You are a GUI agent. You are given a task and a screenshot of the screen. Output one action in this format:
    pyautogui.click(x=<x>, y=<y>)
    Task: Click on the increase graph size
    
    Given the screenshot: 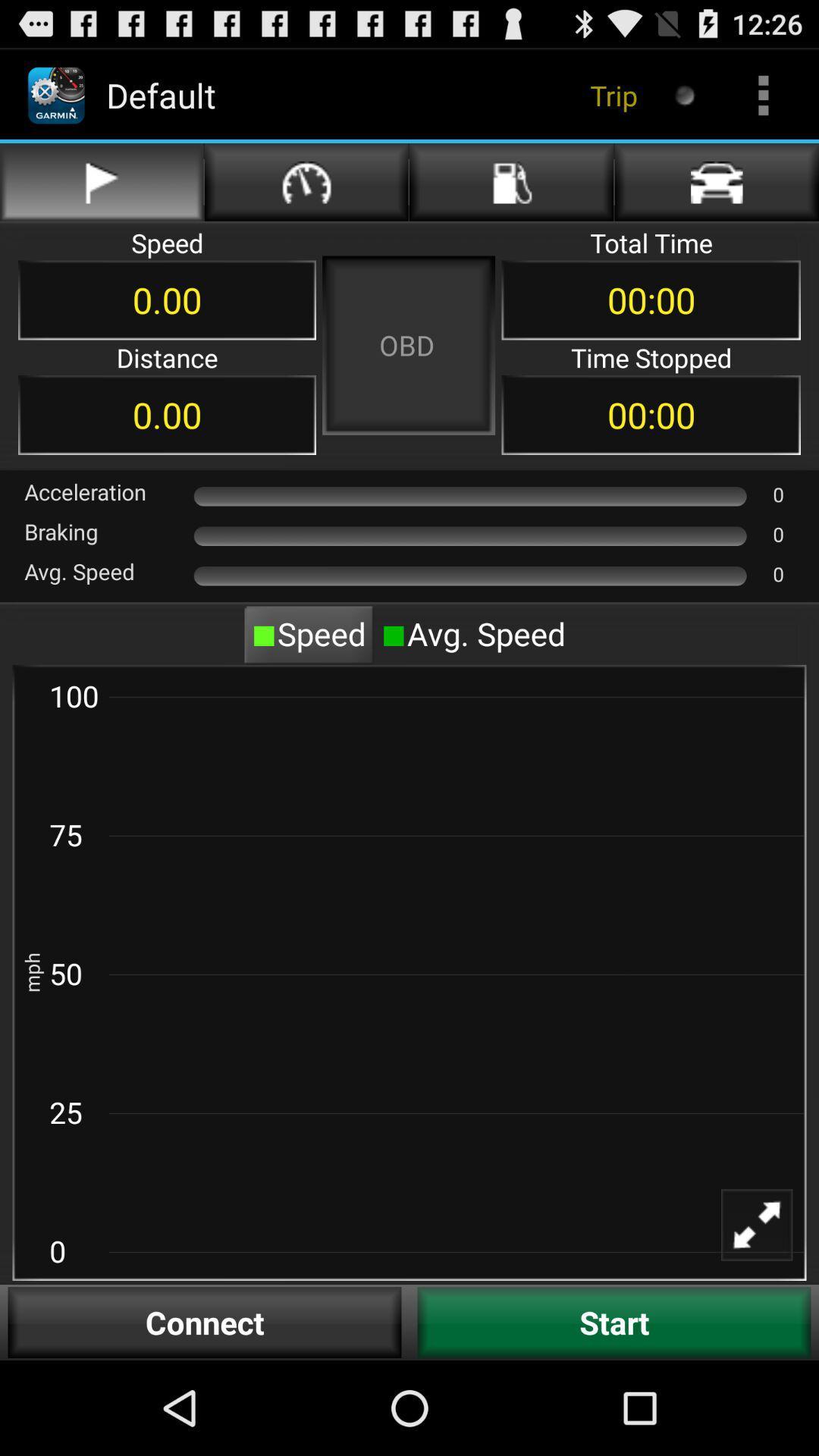 What is the action you would take?
    pyautogui.click(x=767, y=1235)
    